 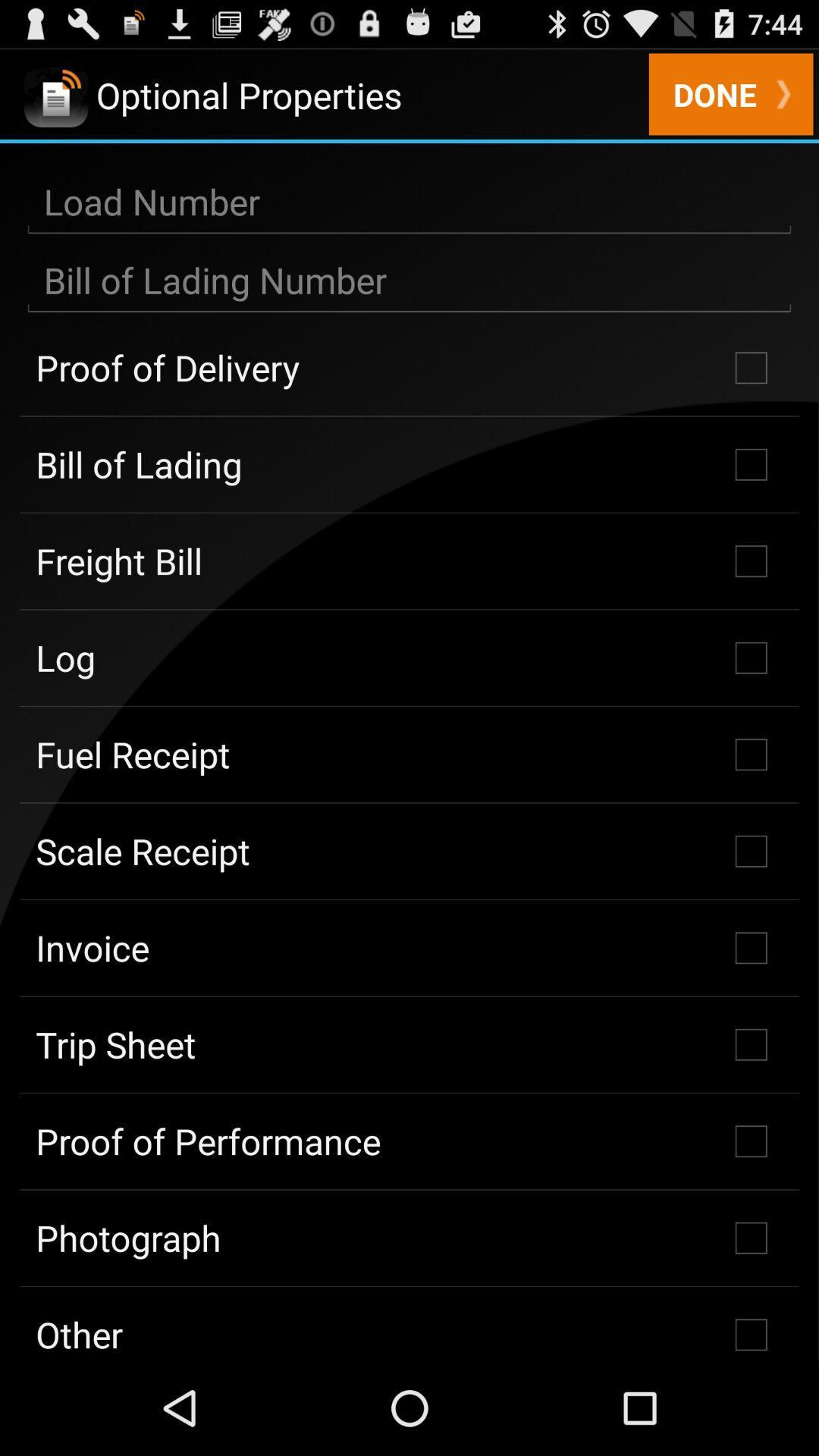 What do you see at coordinates (409, 202) in the screenshot?
I see `load number field` at bounding box center [409, 202].